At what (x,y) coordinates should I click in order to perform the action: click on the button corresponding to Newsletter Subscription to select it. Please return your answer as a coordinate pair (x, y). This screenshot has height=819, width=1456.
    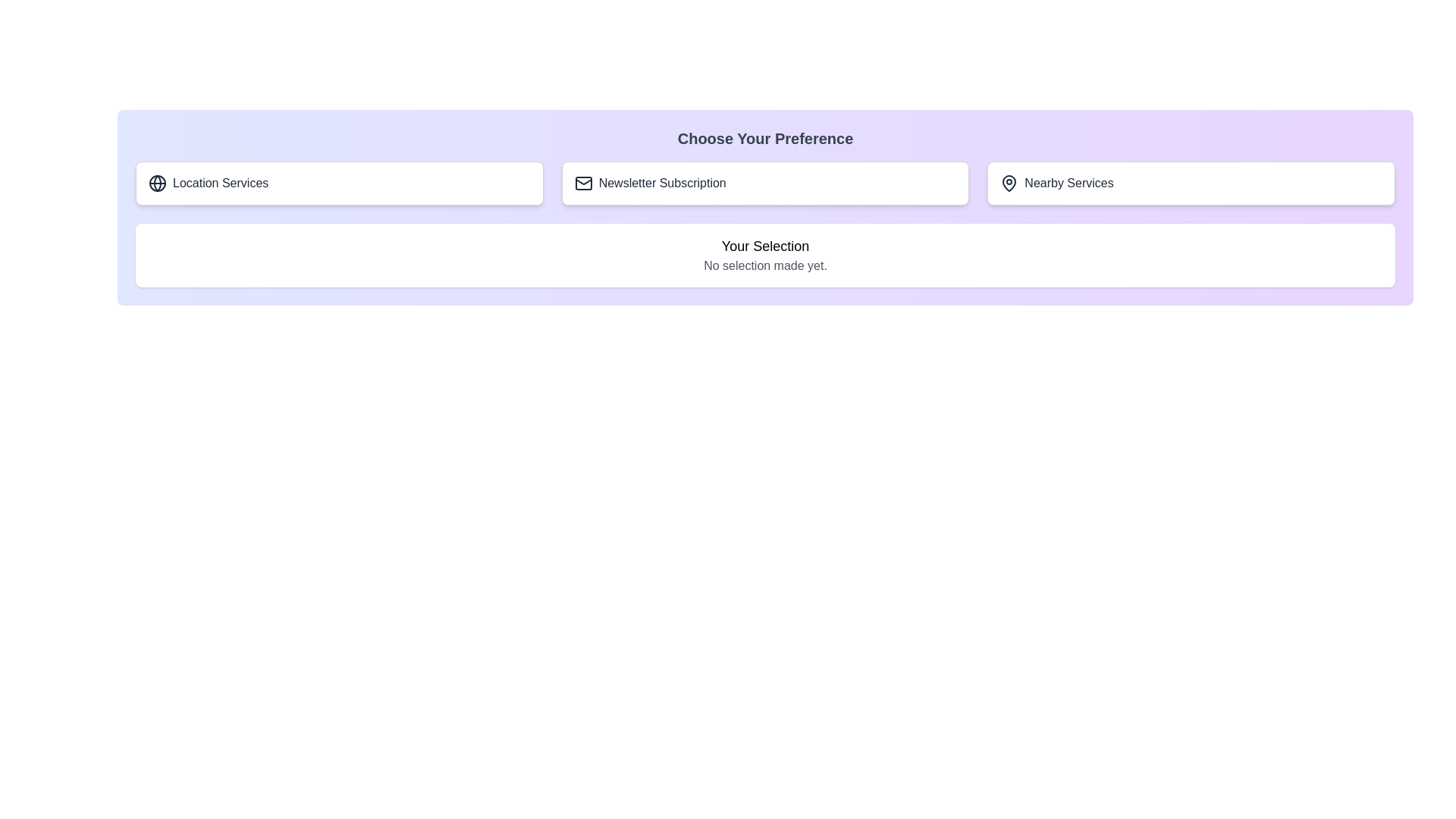
    Looking at the image, I should click on (765, 183).